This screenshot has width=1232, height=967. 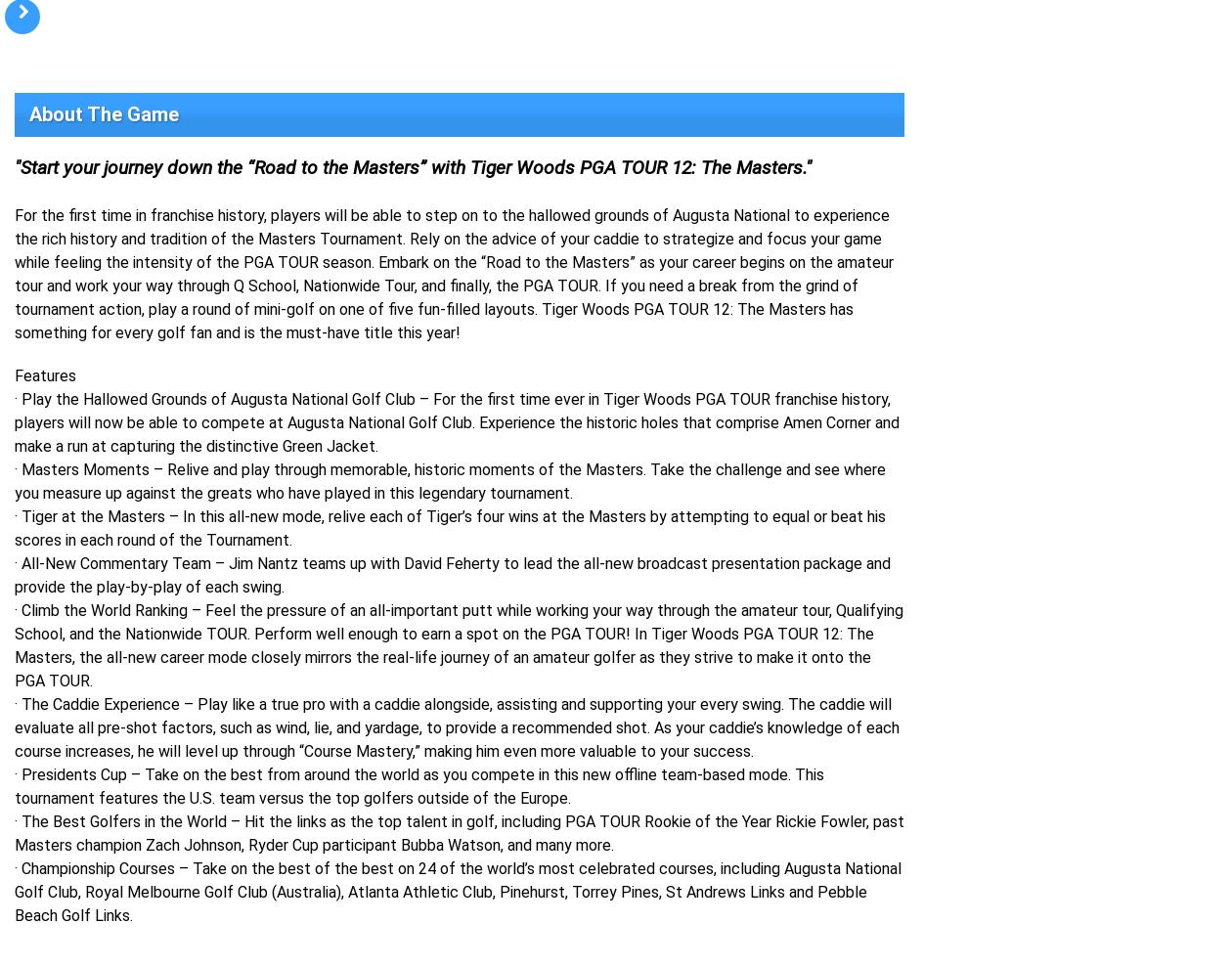 What do you see at coordinates (14, 374) in the screenshot?
I see `'Features'` at bounding box center [14, 374].